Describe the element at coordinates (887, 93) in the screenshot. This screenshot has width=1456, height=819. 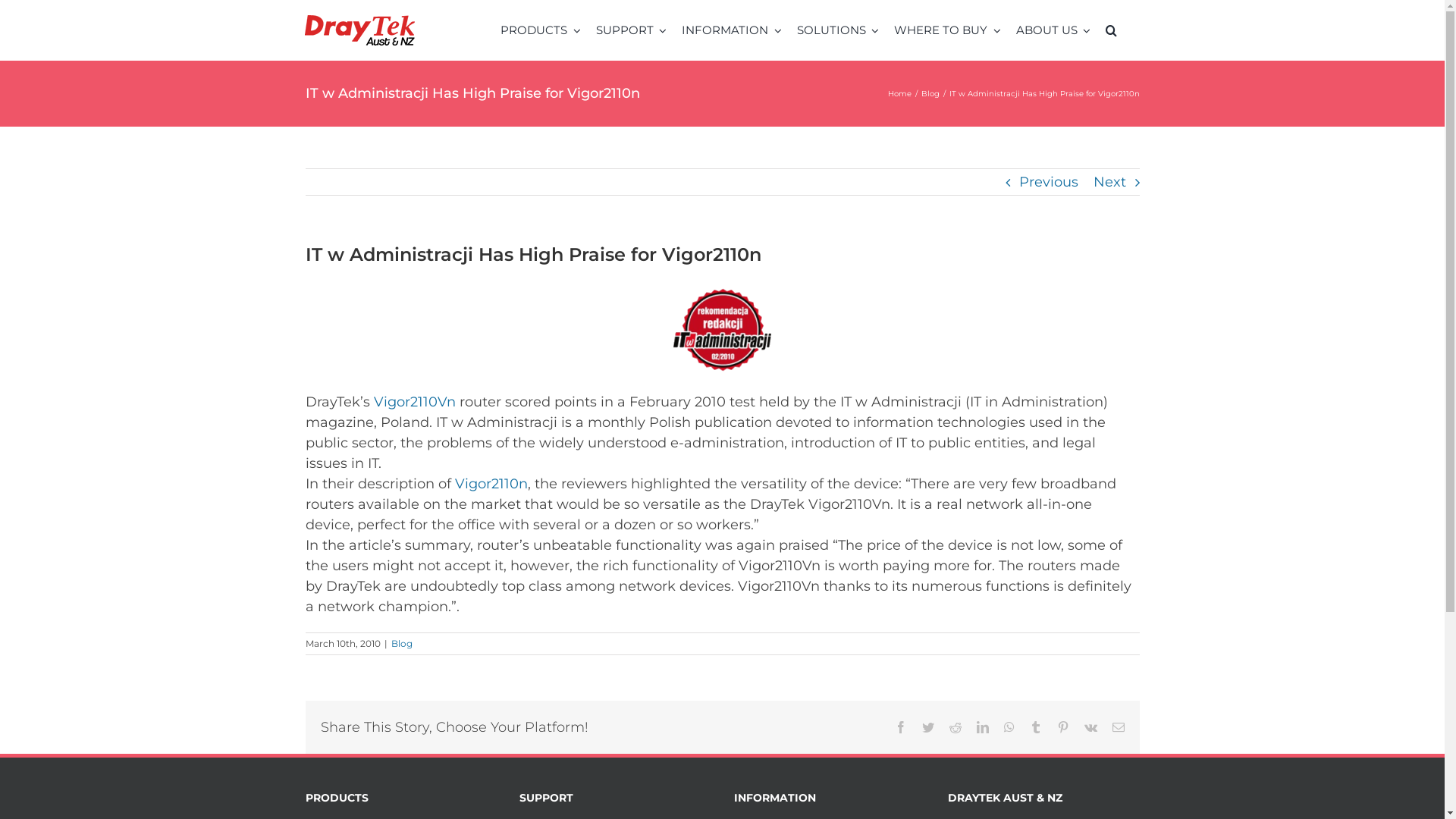
I see `'Home'` at that location.